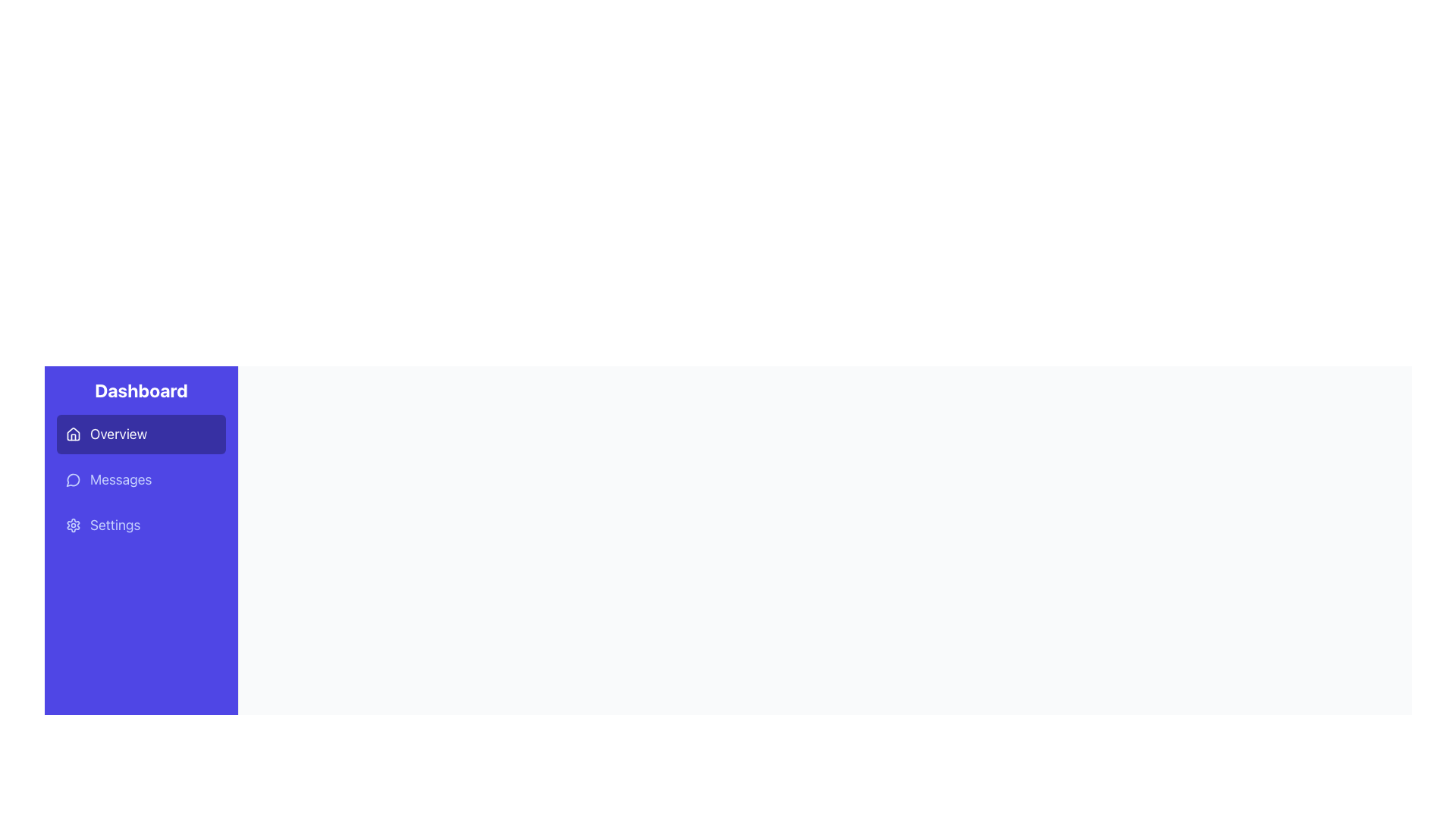 This screenshot has width=1456, height=819. I want to click on the house icon located within the 'Overview' button in the vertical navigation panel, so click(72, 435).